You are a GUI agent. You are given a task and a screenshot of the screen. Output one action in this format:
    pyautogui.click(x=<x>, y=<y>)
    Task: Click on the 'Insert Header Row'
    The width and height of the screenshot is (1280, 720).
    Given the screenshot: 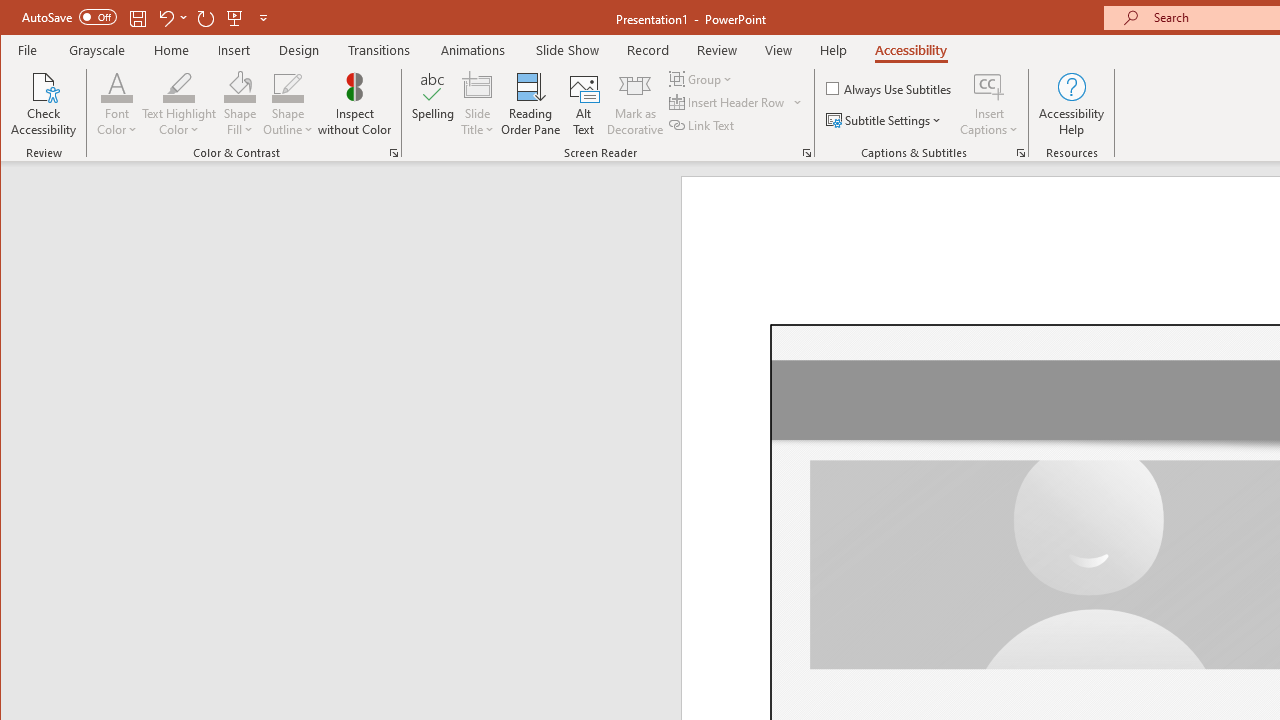 What is the action you would take?
    pyautogui.click(x=735, y=102)
    